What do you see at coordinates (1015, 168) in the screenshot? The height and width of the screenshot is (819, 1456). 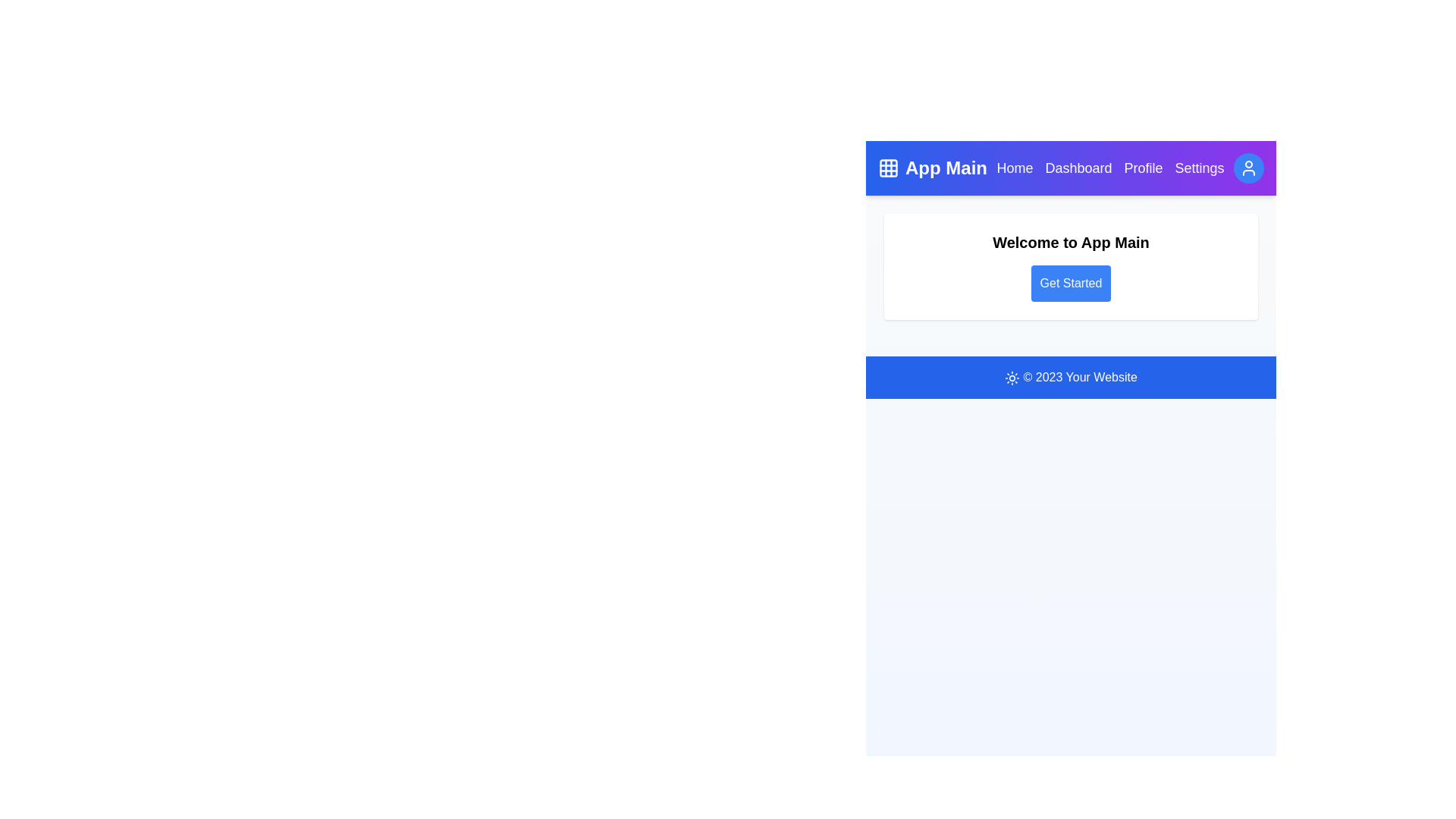 I see `the navigation link labeled Home to navigate to the corresponding section` at bounding box center [1015, 168].